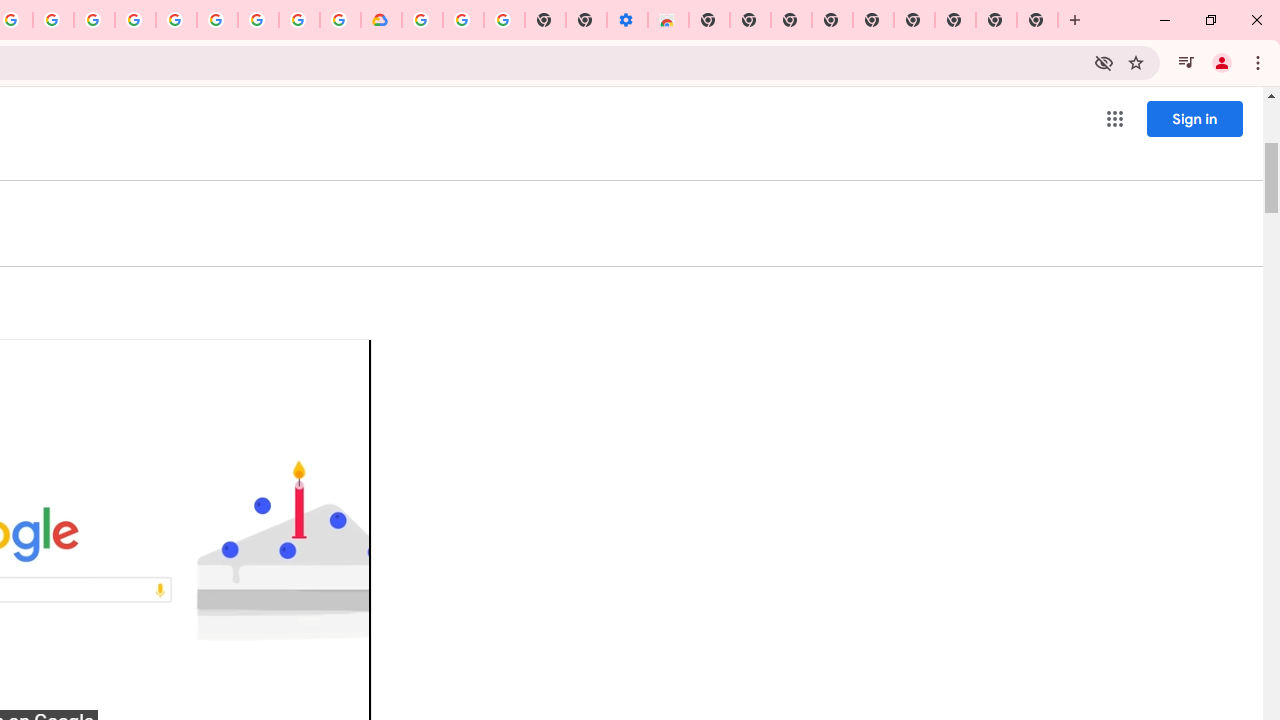  What do you see at coordinates (626, 20) in the screenshot?
I see `'Settings - Accessibility'` at bounding box center [626, 20].